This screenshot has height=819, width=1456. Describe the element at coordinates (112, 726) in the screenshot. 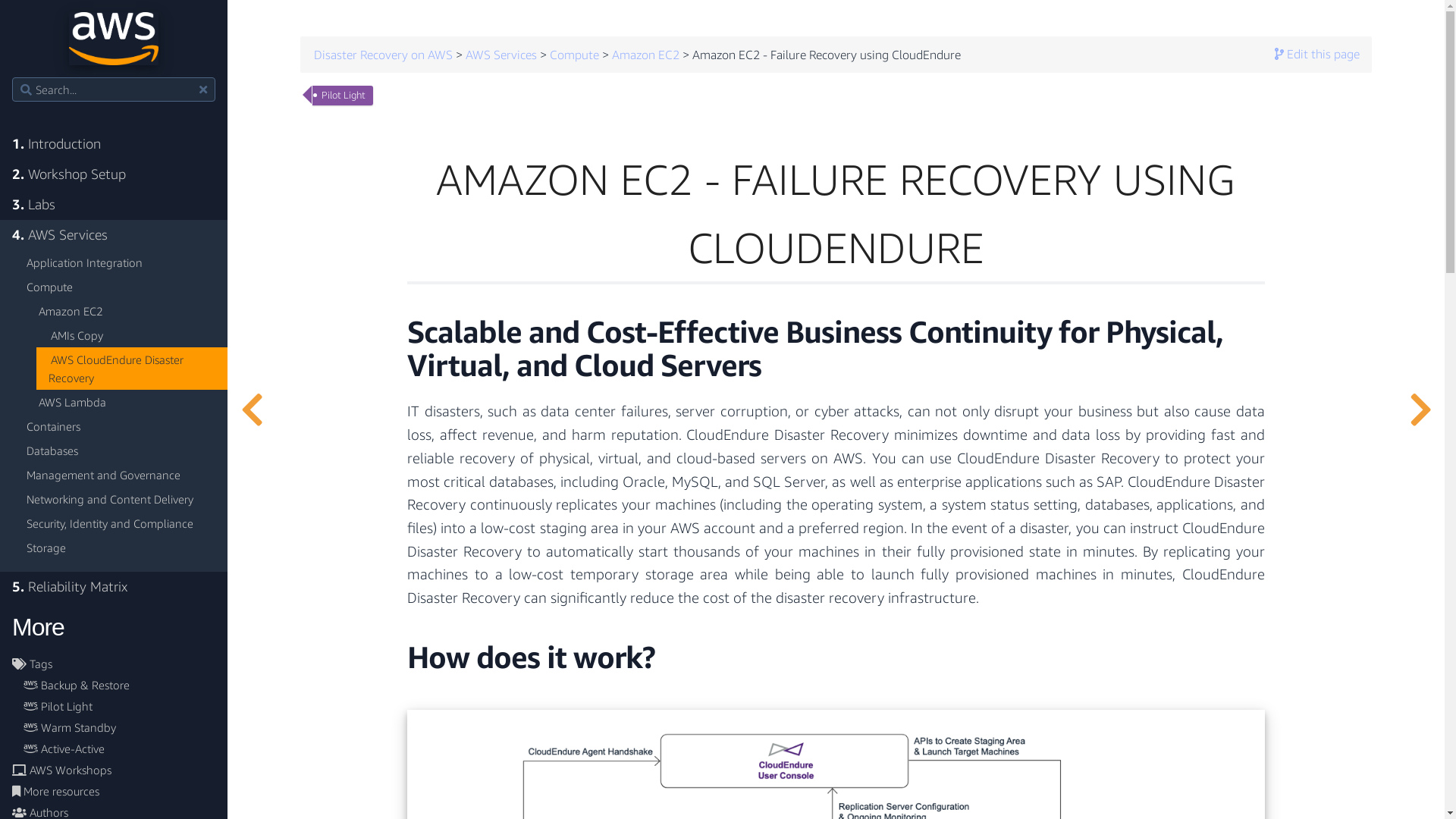

I see `'Warm Standby'` at that location.